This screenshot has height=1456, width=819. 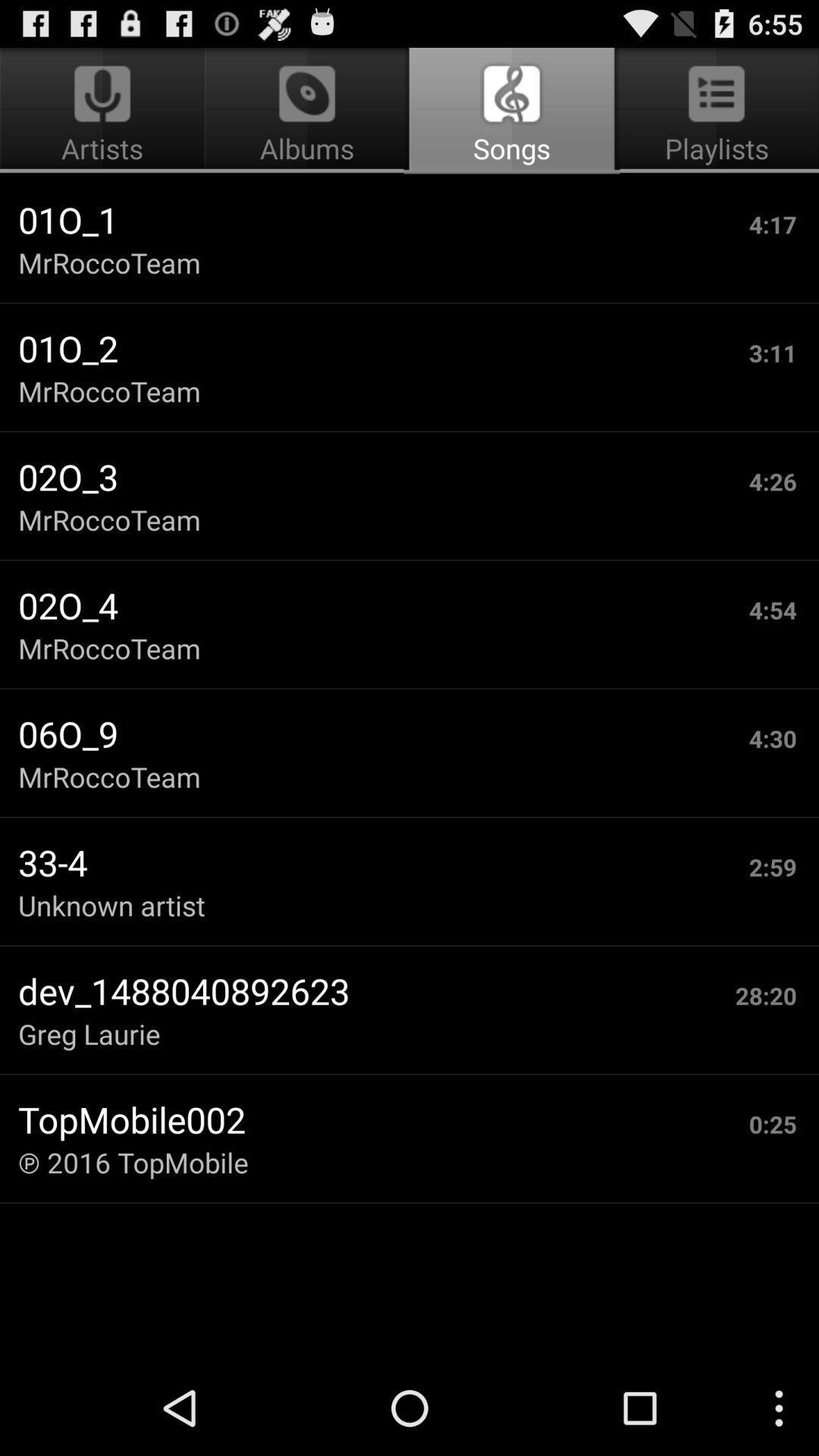 What do you see at coordinates (104, 111) in the screenshot?
I see `artists icon` at bounding box center [104, 111].